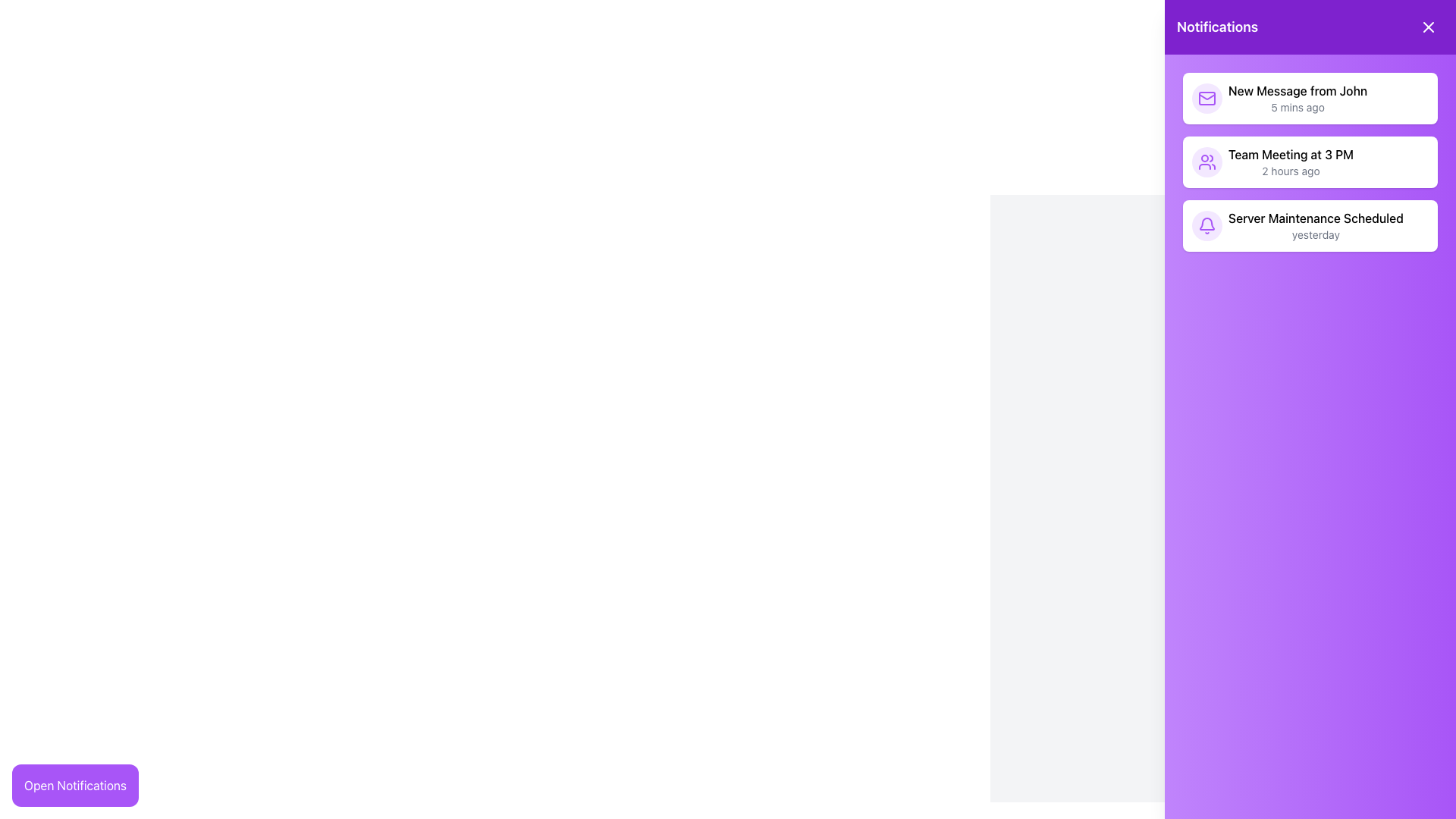 This screenshot has width=1456, height=819. I want to click on the topmost notification entry in the notification panel that indicates a recent message from 'John' received 5 mins ago, so click(1279, 99).